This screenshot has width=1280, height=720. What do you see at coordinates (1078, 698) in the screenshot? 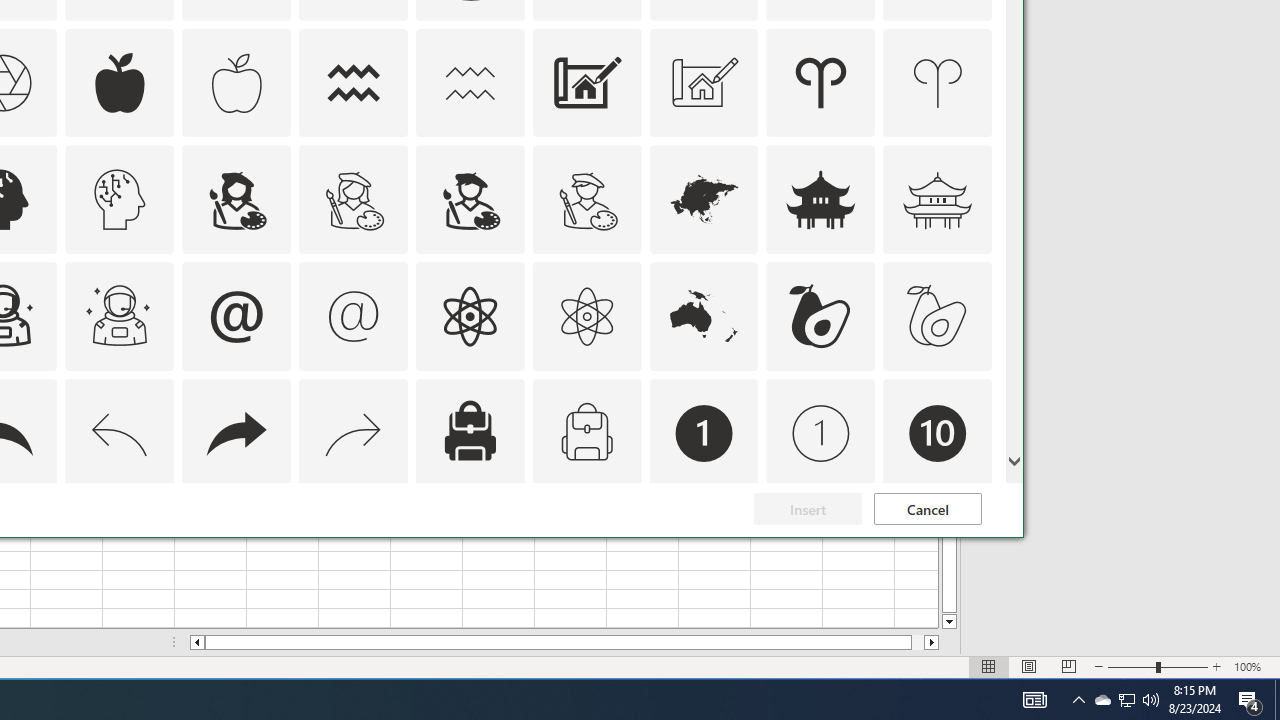
I see `'Notification Chevron'` at bounding box center [1078, 698].